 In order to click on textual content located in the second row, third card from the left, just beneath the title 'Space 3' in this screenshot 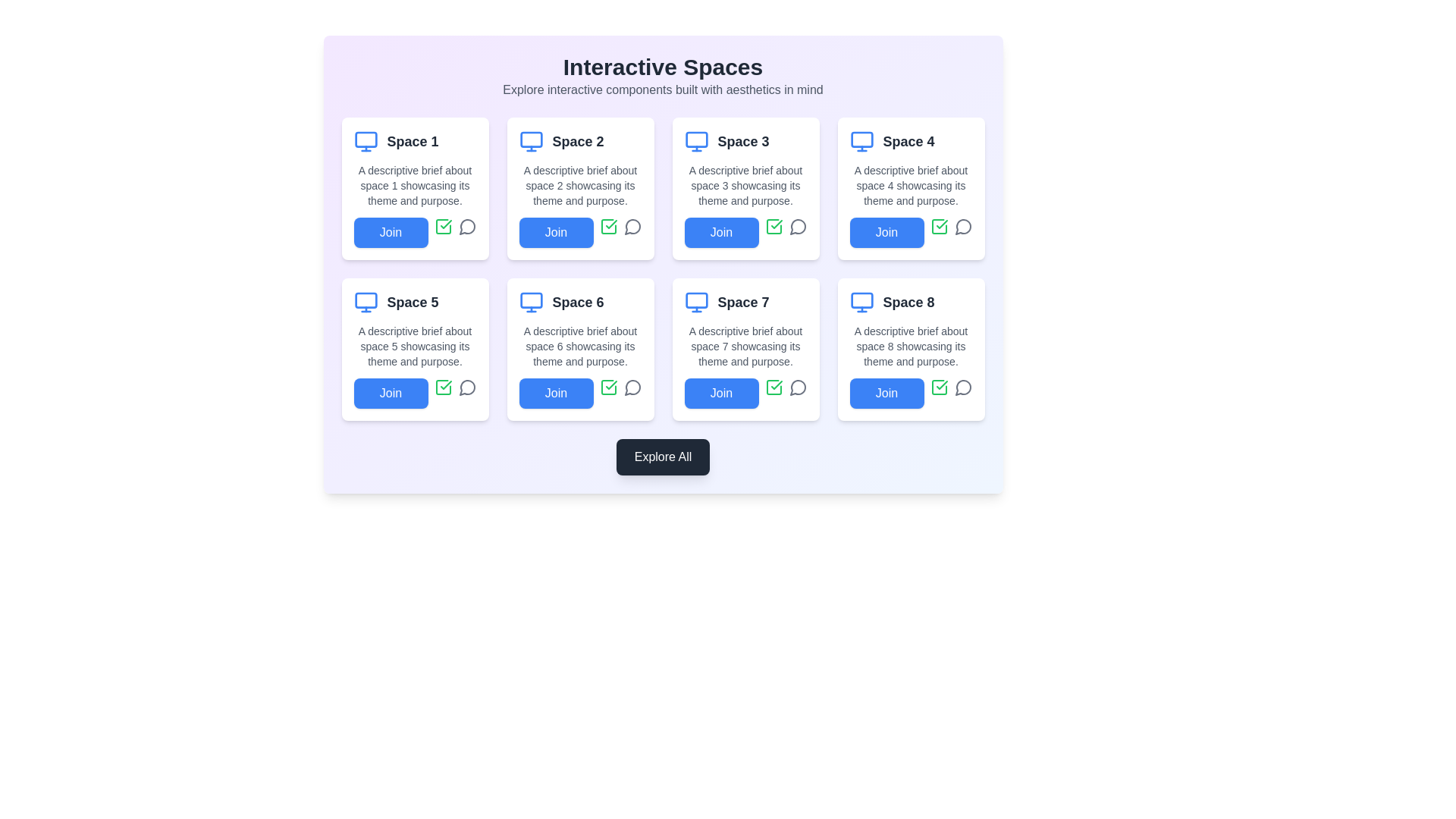, I will do `click(745, 185)`.